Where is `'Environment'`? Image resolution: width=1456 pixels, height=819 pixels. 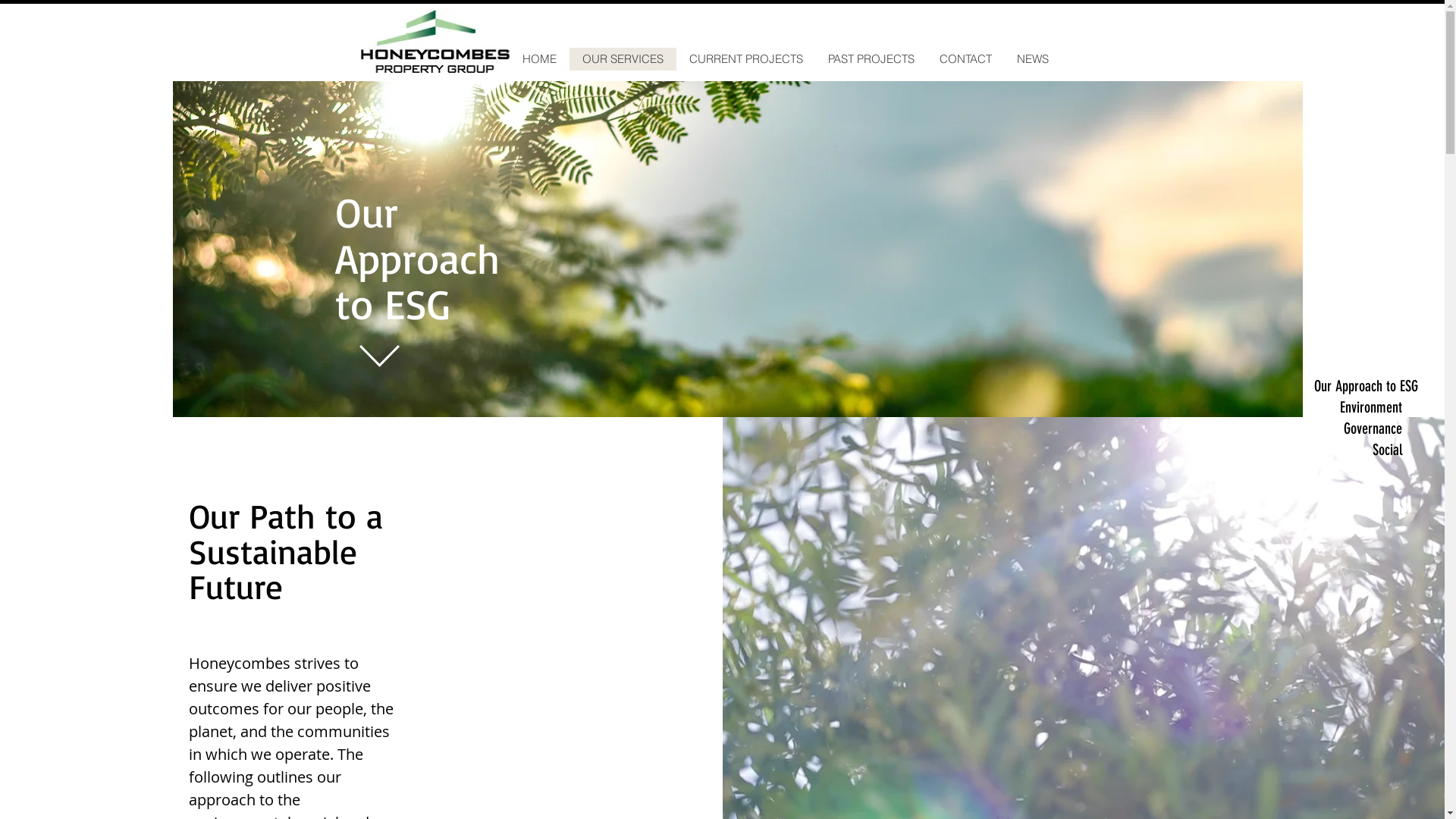 'Environment' is located at coordinates (1357, 406).